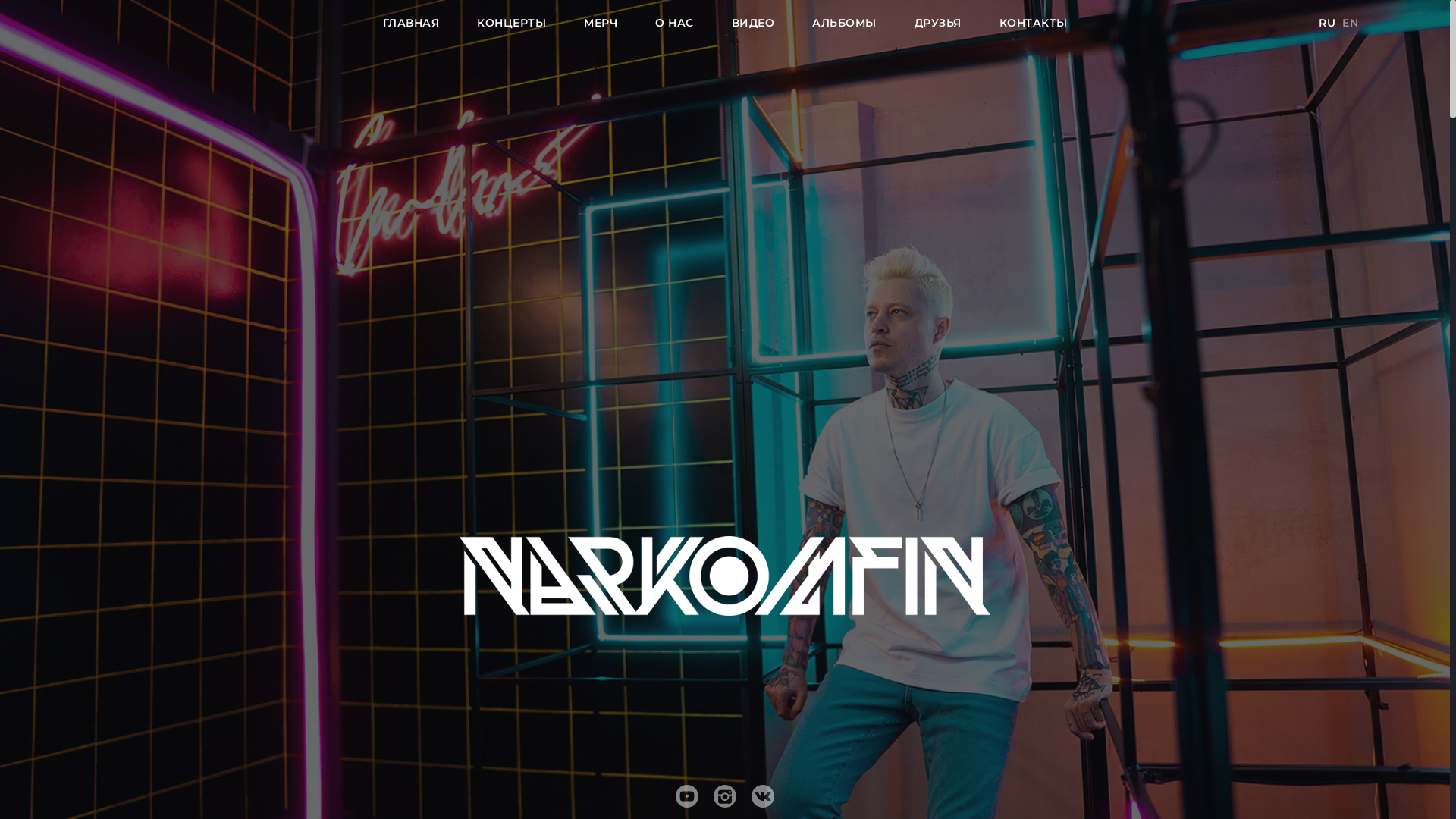 The image size is (1456, 819). Describe the element at coordinates (1350, 23) in the screenshot. I see `'EN'` at that location.